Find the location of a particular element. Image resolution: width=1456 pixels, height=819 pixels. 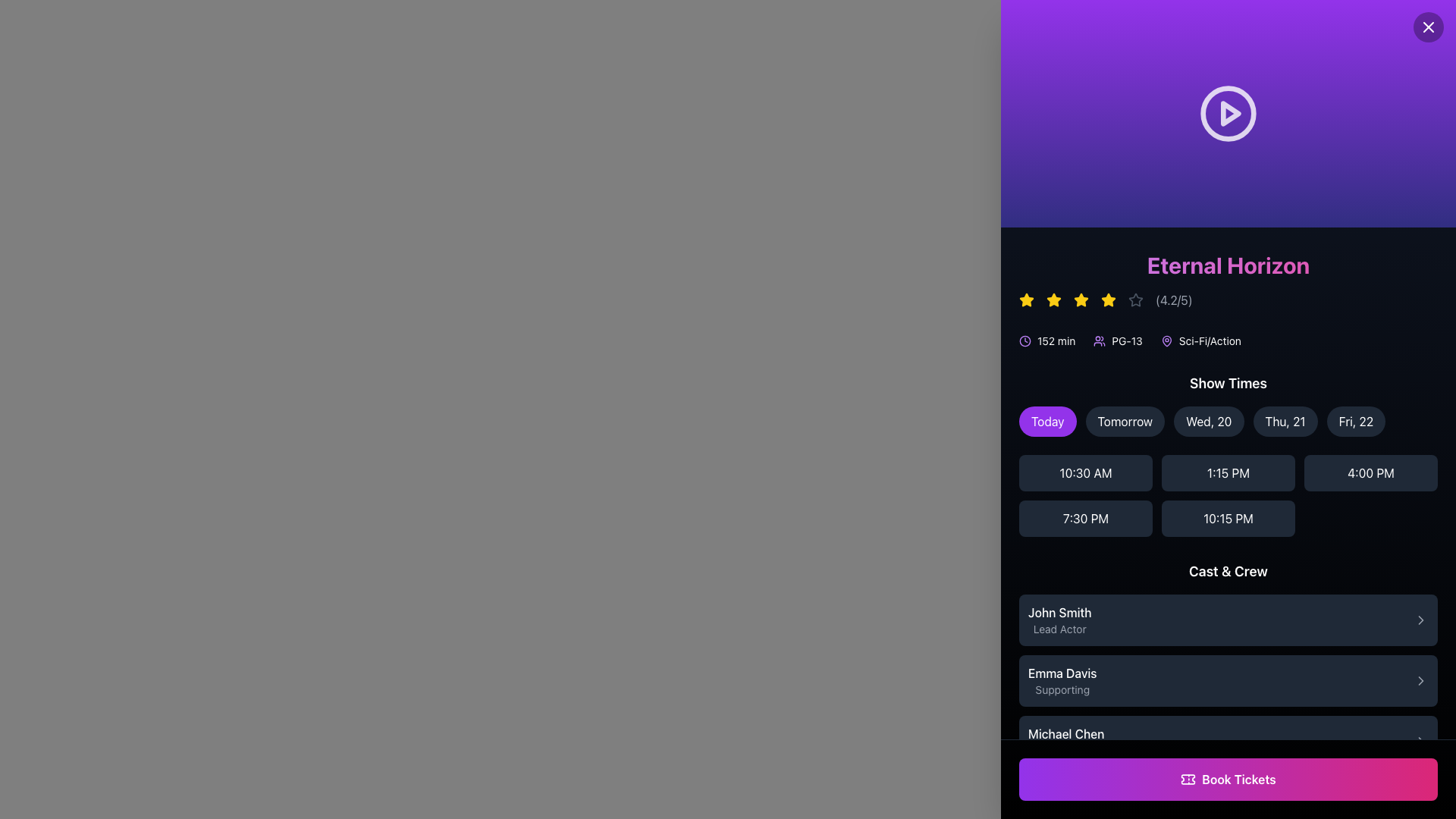

the 'Close' icon located at the top right corner of the modal is located at coordinates (1427, 27).